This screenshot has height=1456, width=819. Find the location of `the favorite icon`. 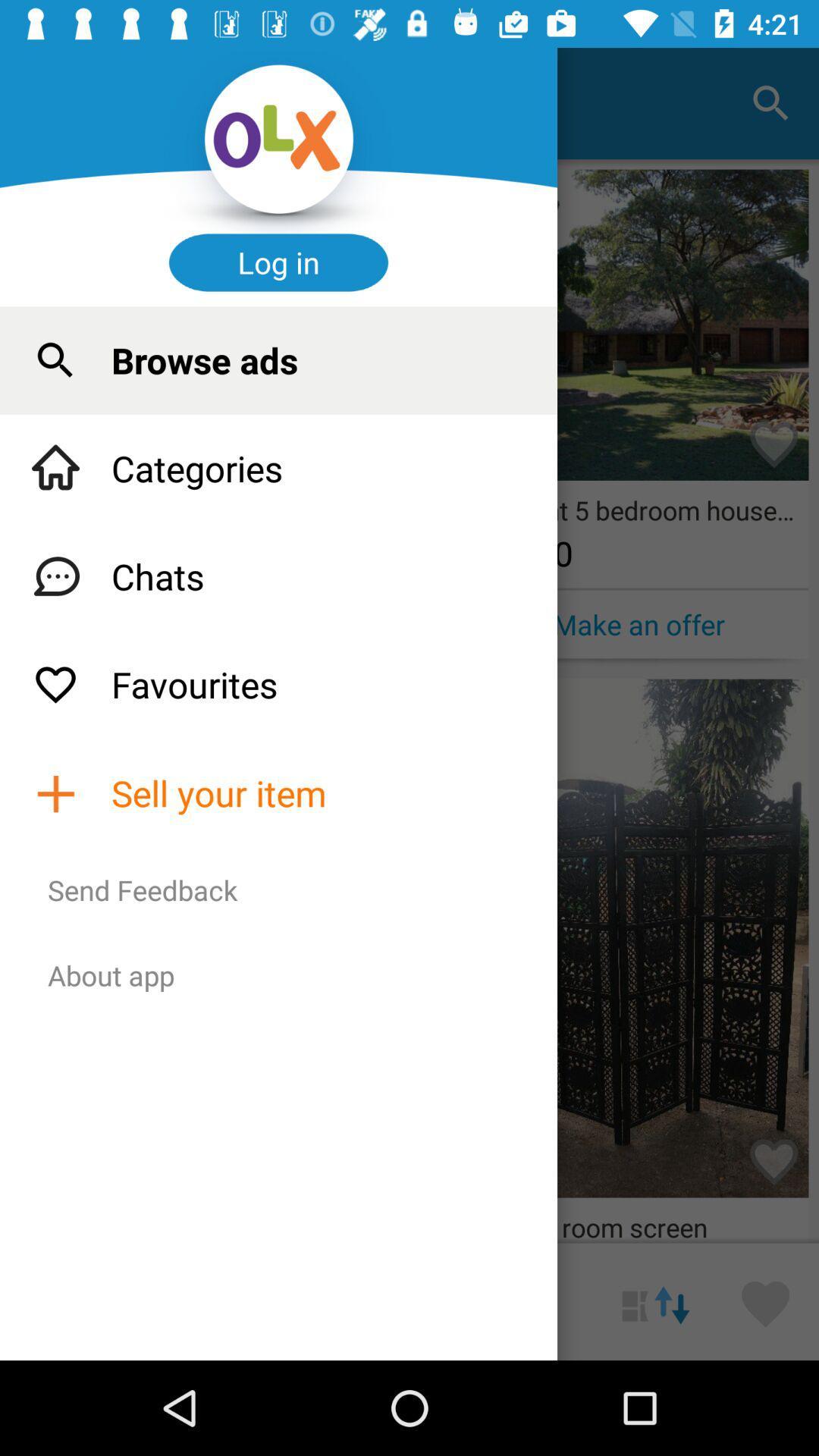

the favorite icon is located at coordinates (765, 1301).